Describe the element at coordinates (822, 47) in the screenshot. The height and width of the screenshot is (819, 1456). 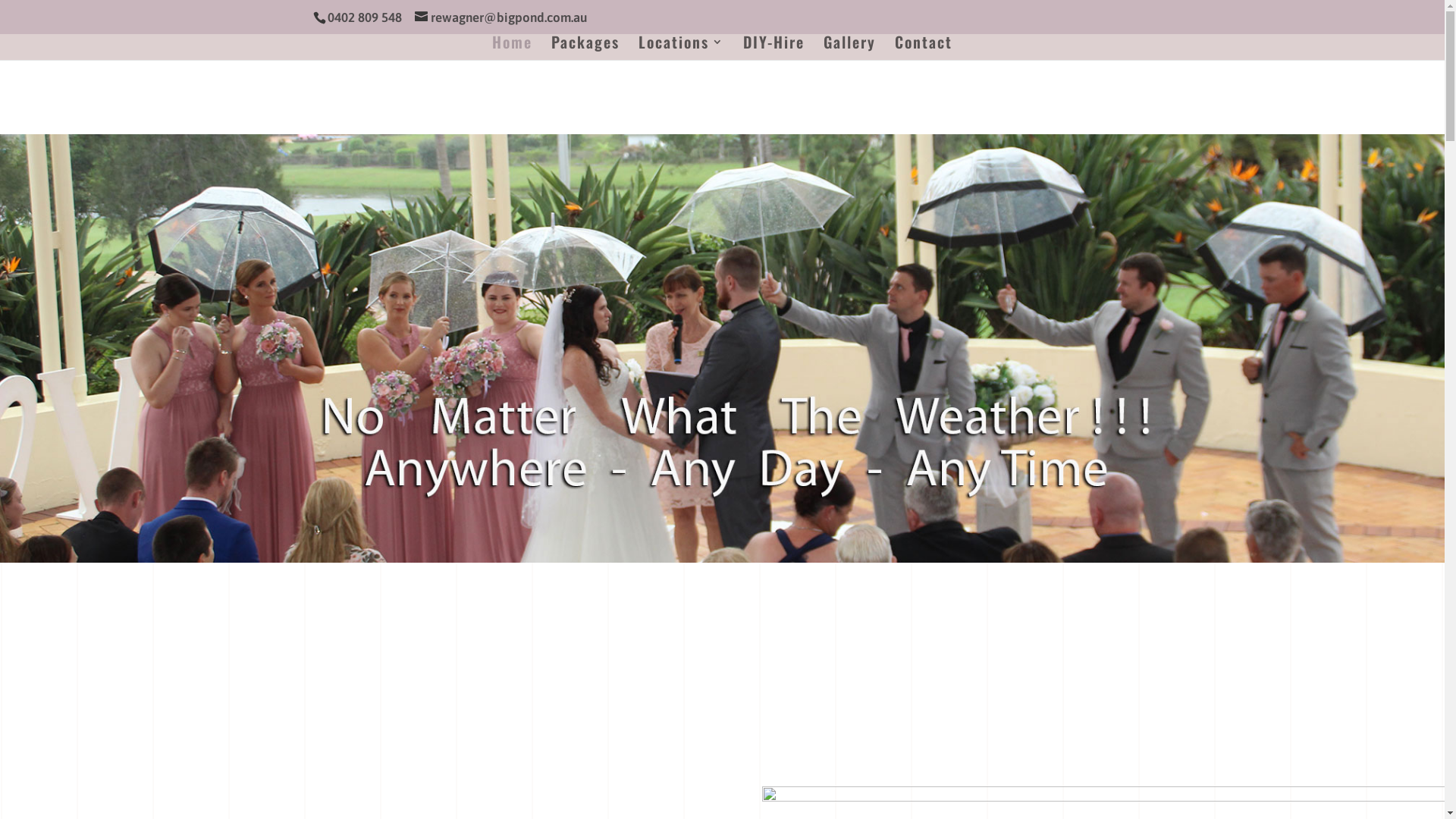
I see `'Gallery'` at that location.